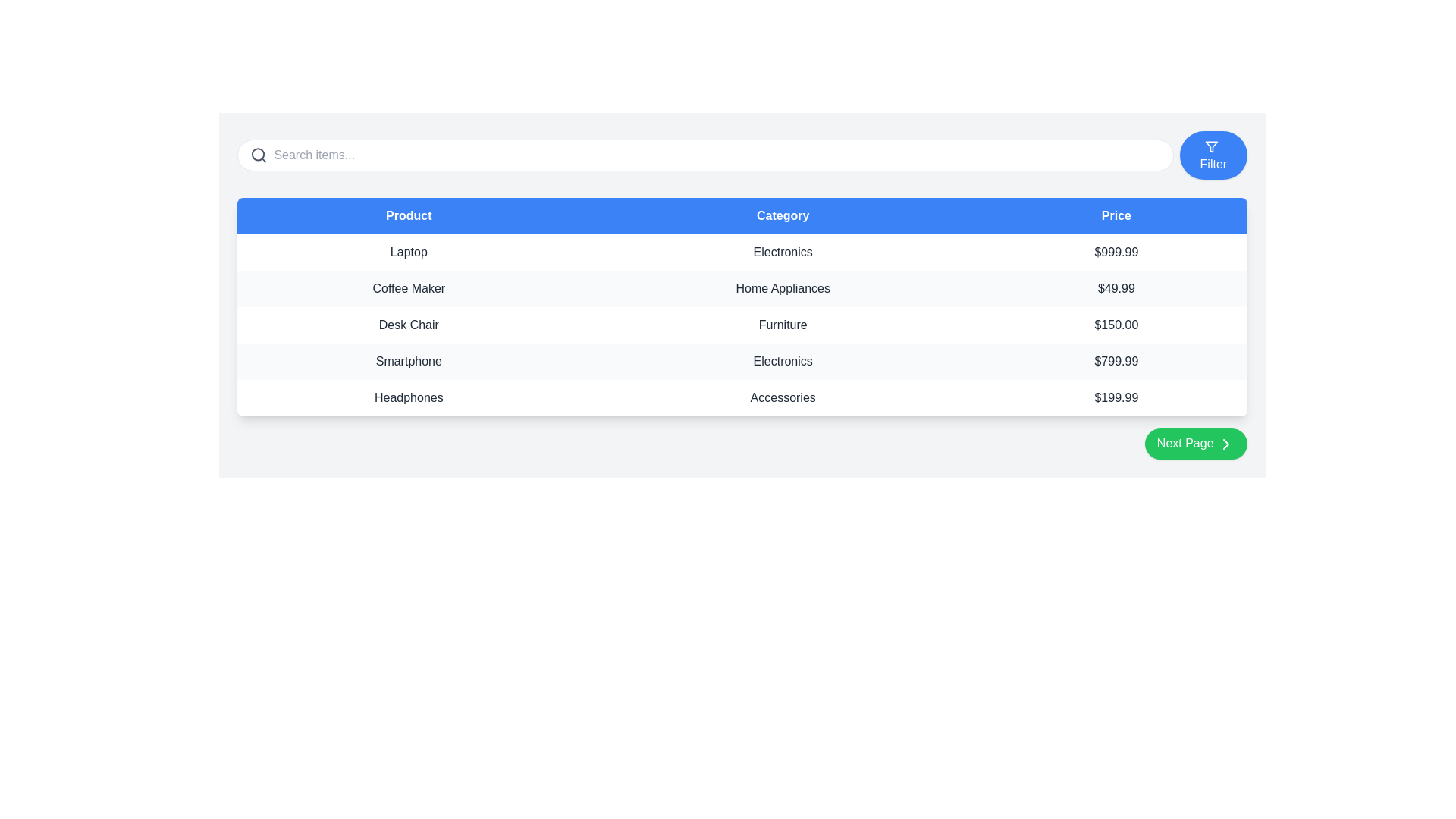 The height and width of the screenshot is (819, 1456). What do you see at coordinates (742, 397) in the screenshot?
I see `the fifth row in the product table that displays the product details including its name, category, and price` at bounding box center [742, 397].